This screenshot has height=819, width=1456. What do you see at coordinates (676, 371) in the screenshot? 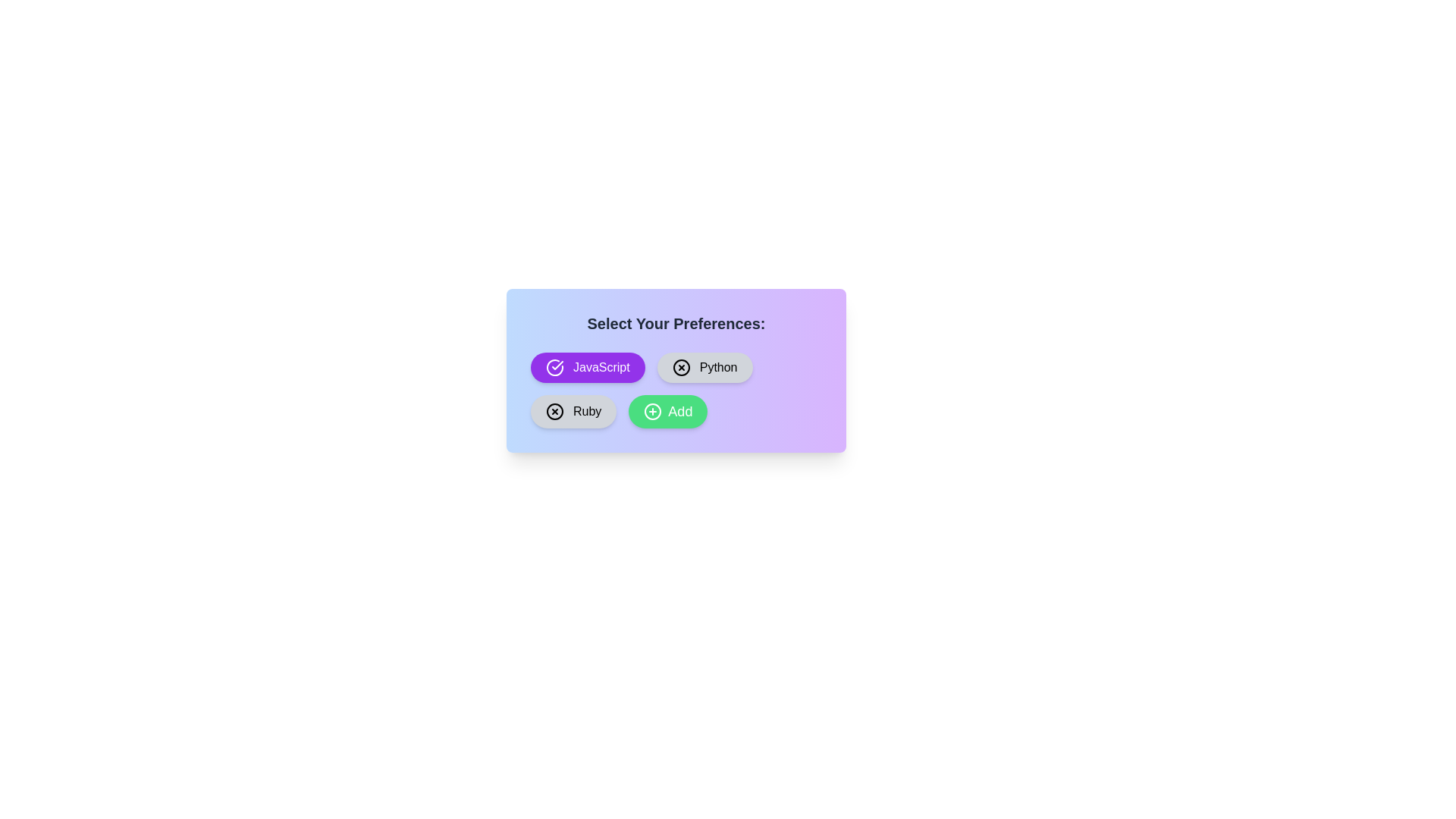
I see `the container background to interact with it` at bounding box center [676, 371].